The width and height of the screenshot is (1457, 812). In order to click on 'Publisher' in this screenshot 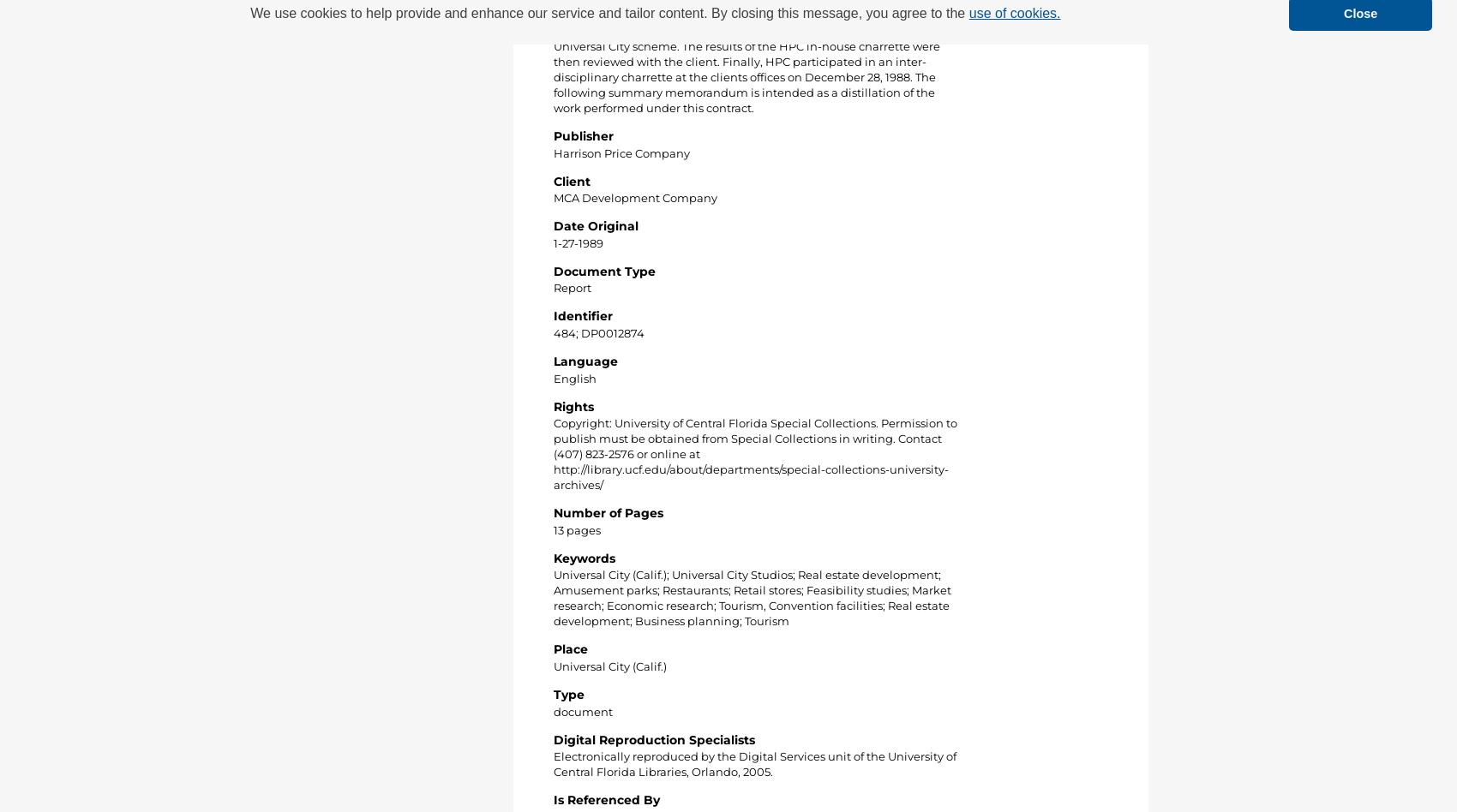, I will do `click(554, 134)`.